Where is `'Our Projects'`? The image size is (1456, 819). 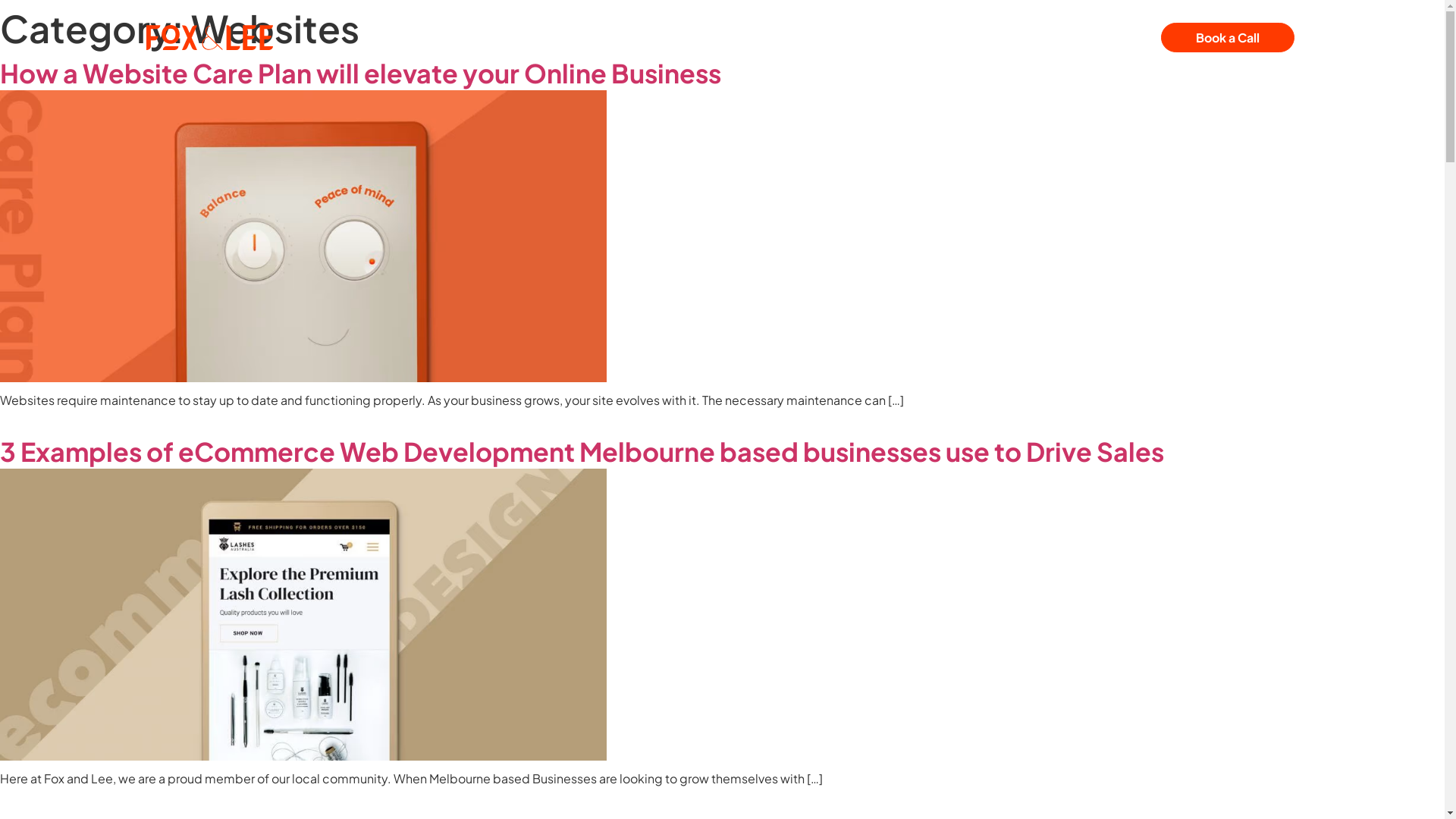 'Our Projects' is located at coordinates (610, 36).